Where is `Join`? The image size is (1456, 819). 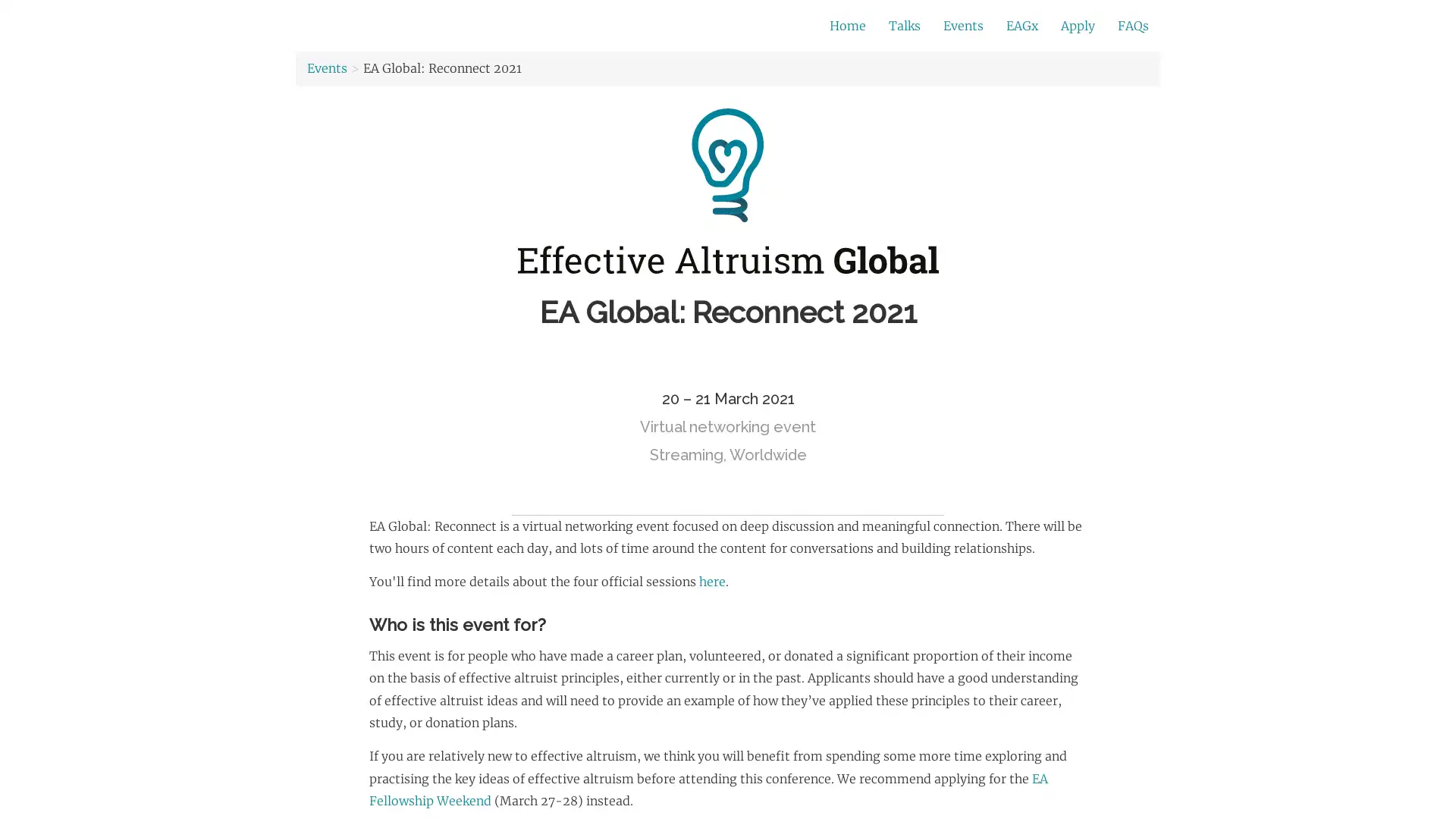
Join is located at coordinates (993, 27).